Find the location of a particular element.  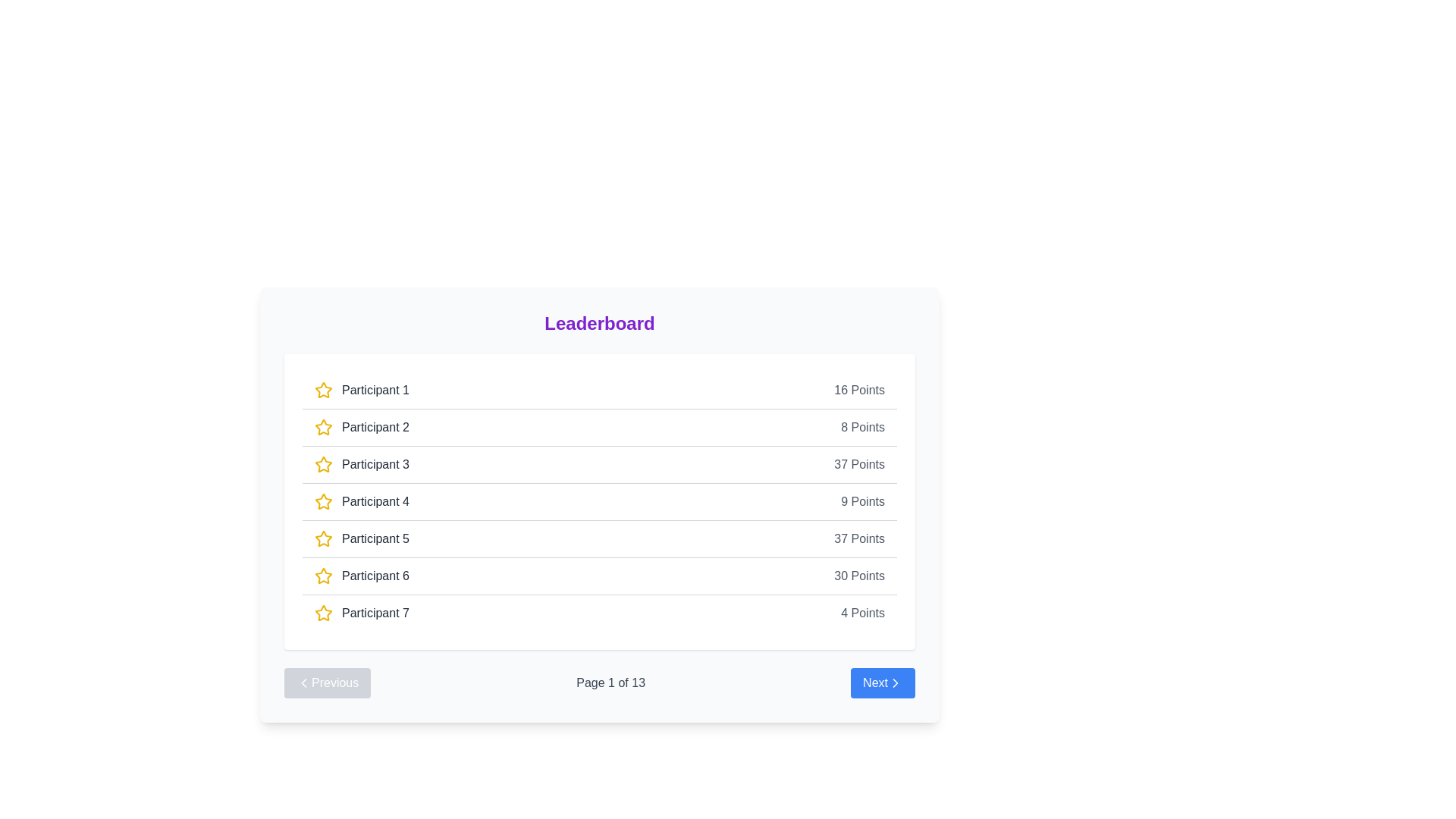

the text label displaying the score for 'Participant 3' on the leaderboard, located on the far right of the row is located at coordinates (859, 464).